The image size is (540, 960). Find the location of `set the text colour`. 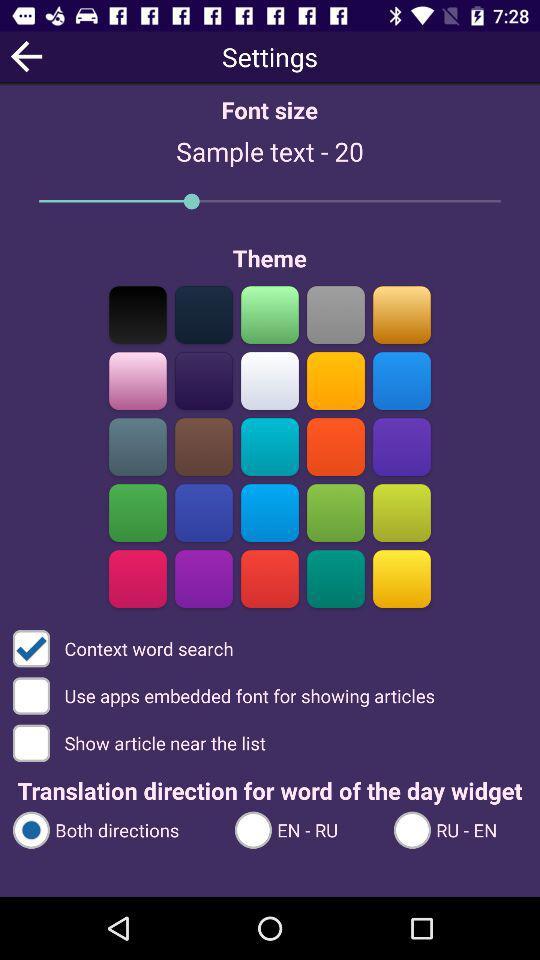

set the text colour is located at coordinates (137, 380).